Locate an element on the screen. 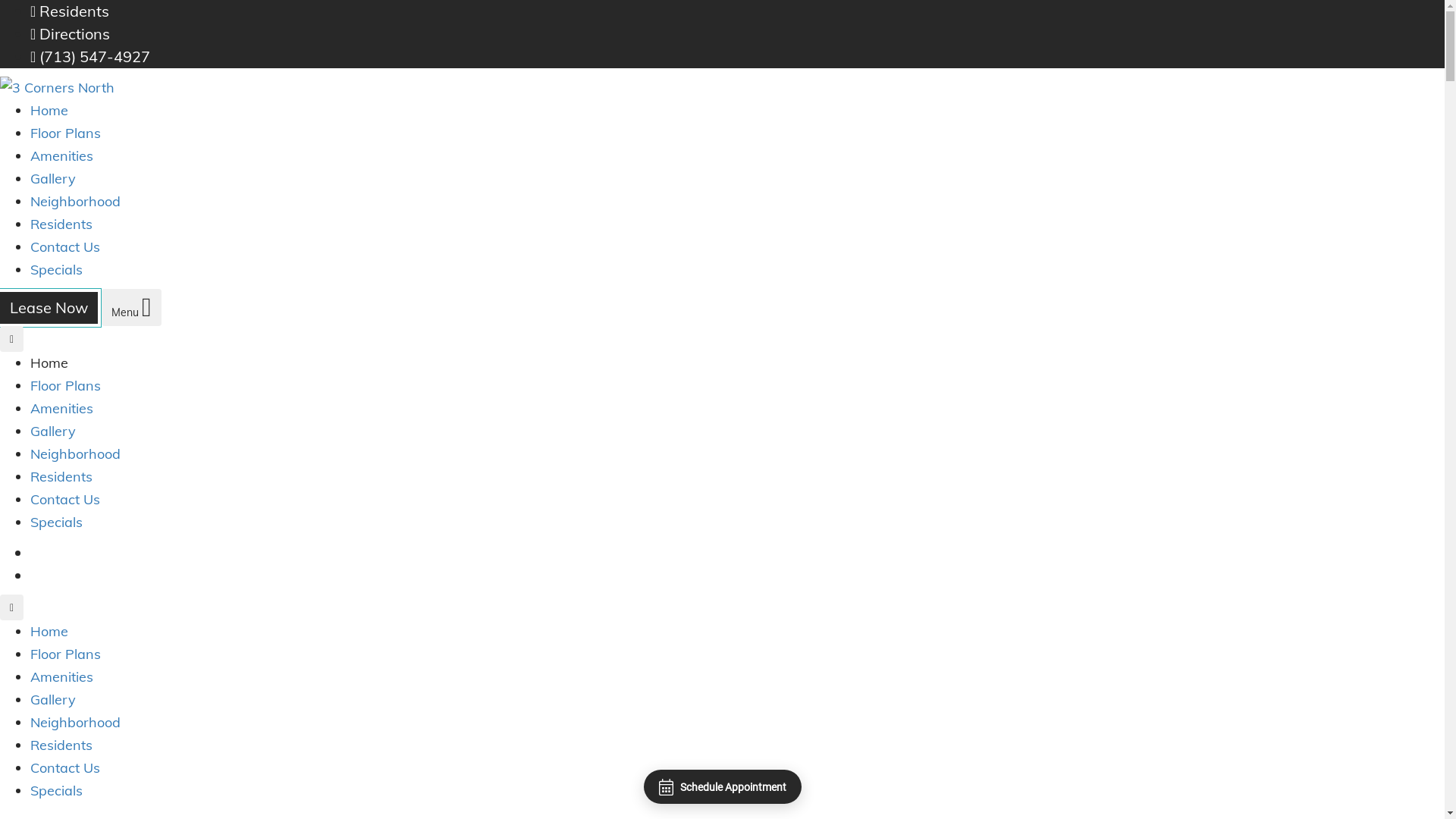 The height and width of the screenshot is (819, 1456). 'Directions' is located at coordinates (30, 33).